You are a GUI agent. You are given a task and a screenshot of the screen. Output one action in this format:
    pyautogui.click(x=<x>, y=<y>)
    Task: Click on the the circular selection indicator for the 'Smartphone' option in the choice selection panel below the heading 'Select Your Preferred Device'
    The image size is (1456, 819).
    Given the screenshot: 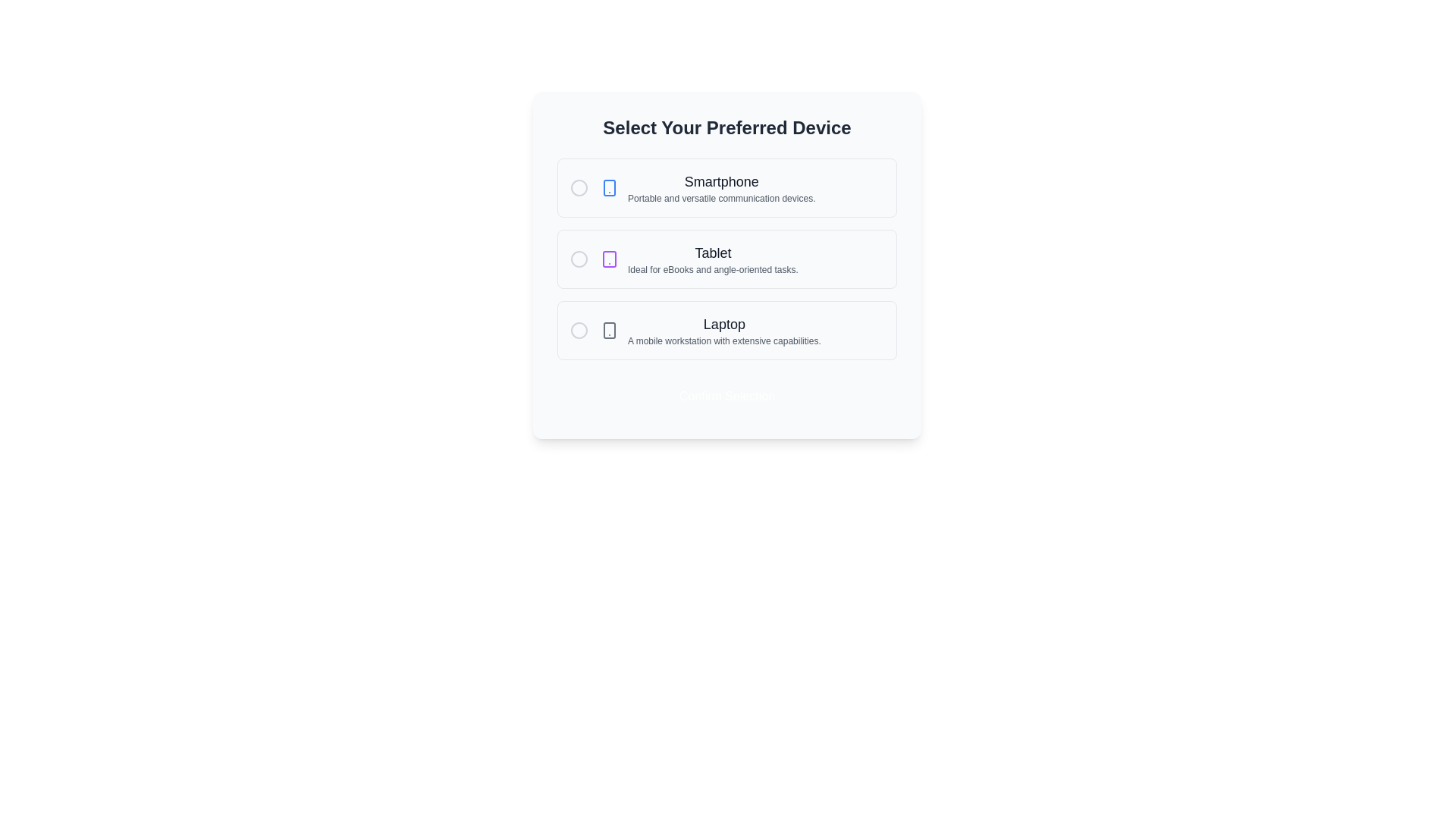 What is the action you would take?
    pyautogui.click(x=578, y=187)
    